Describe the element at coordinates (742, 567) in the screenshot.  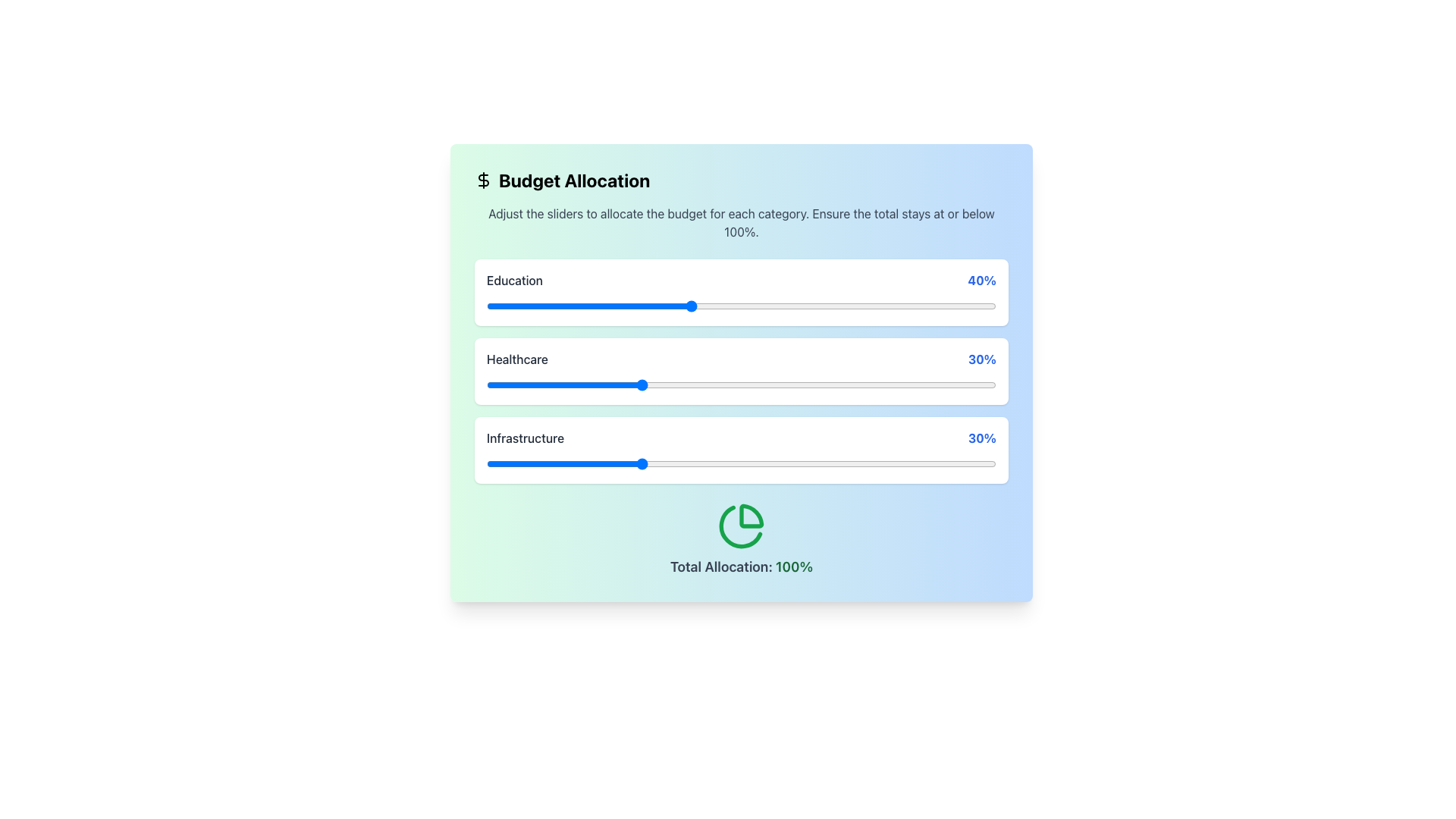
I see `the total allocation percentage text label located below the pie chart icon at the bottom of the interface` at that location.